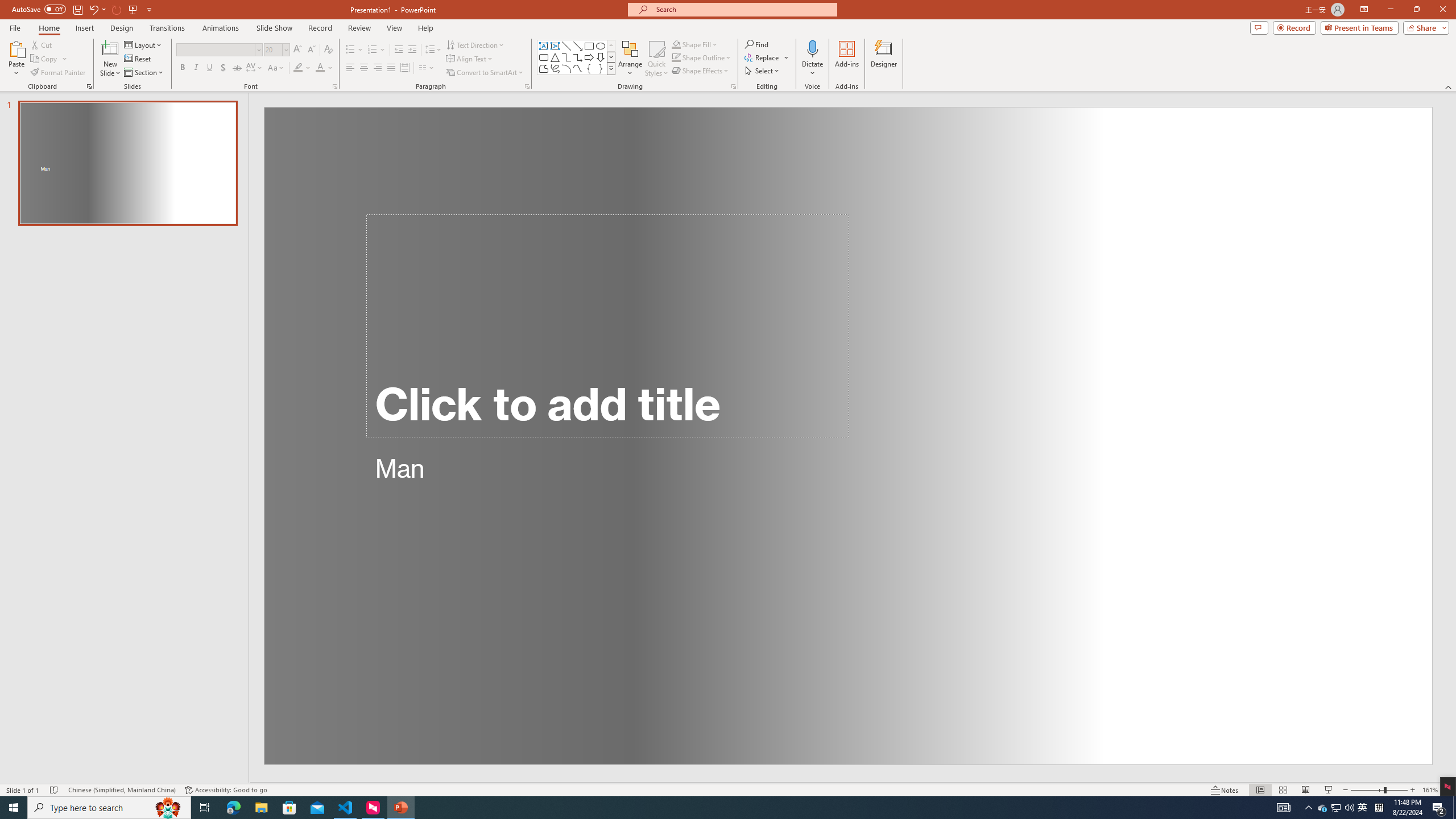 Image resolution: width=1456 pixels, height=819 pixels. Describe the element at coordinates (1359, 27) in the screenshot. I see `'Present in Teams'` at that location.